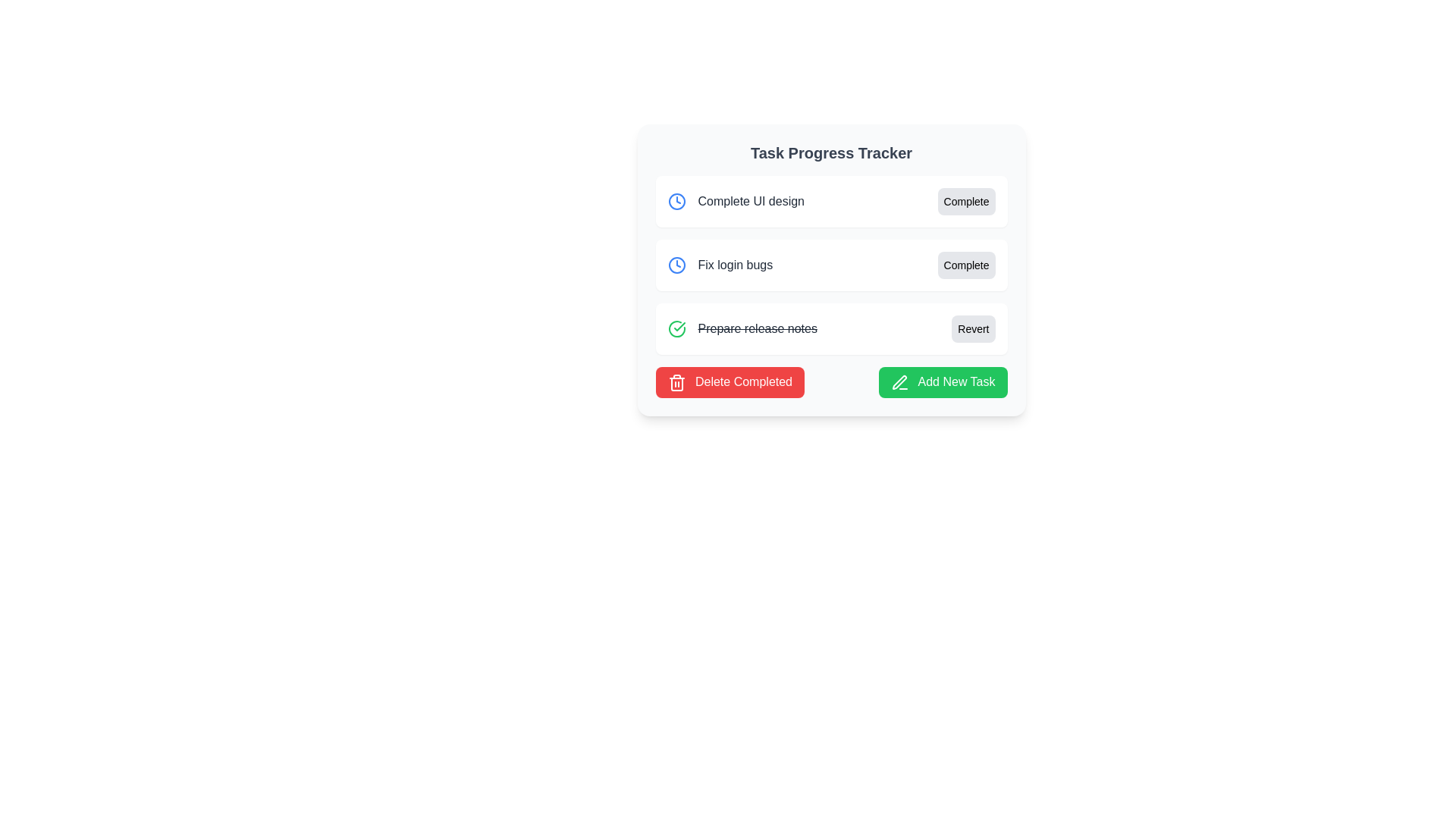  What do you see at coordinates (676, 201) in the screenshot?
I see `the circular outline inside the clock-shaped icon, located in the second row of the task tracker list, to the left of the text 'Fix login bugs'` at bounding box center [676, 201].